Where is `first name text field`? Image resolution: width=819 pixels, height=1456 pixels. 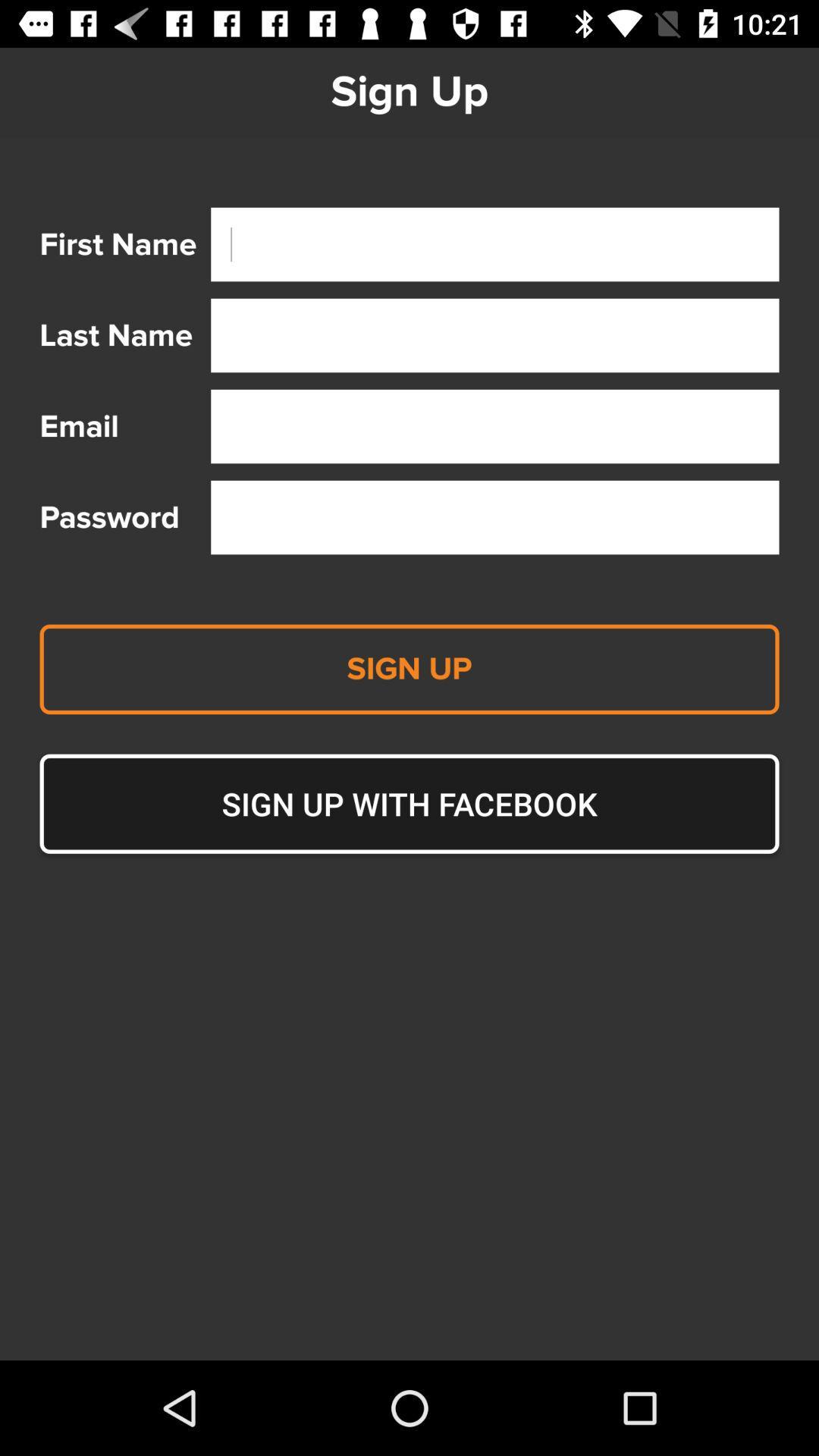 first name text field is located at coordinates (494, 244).